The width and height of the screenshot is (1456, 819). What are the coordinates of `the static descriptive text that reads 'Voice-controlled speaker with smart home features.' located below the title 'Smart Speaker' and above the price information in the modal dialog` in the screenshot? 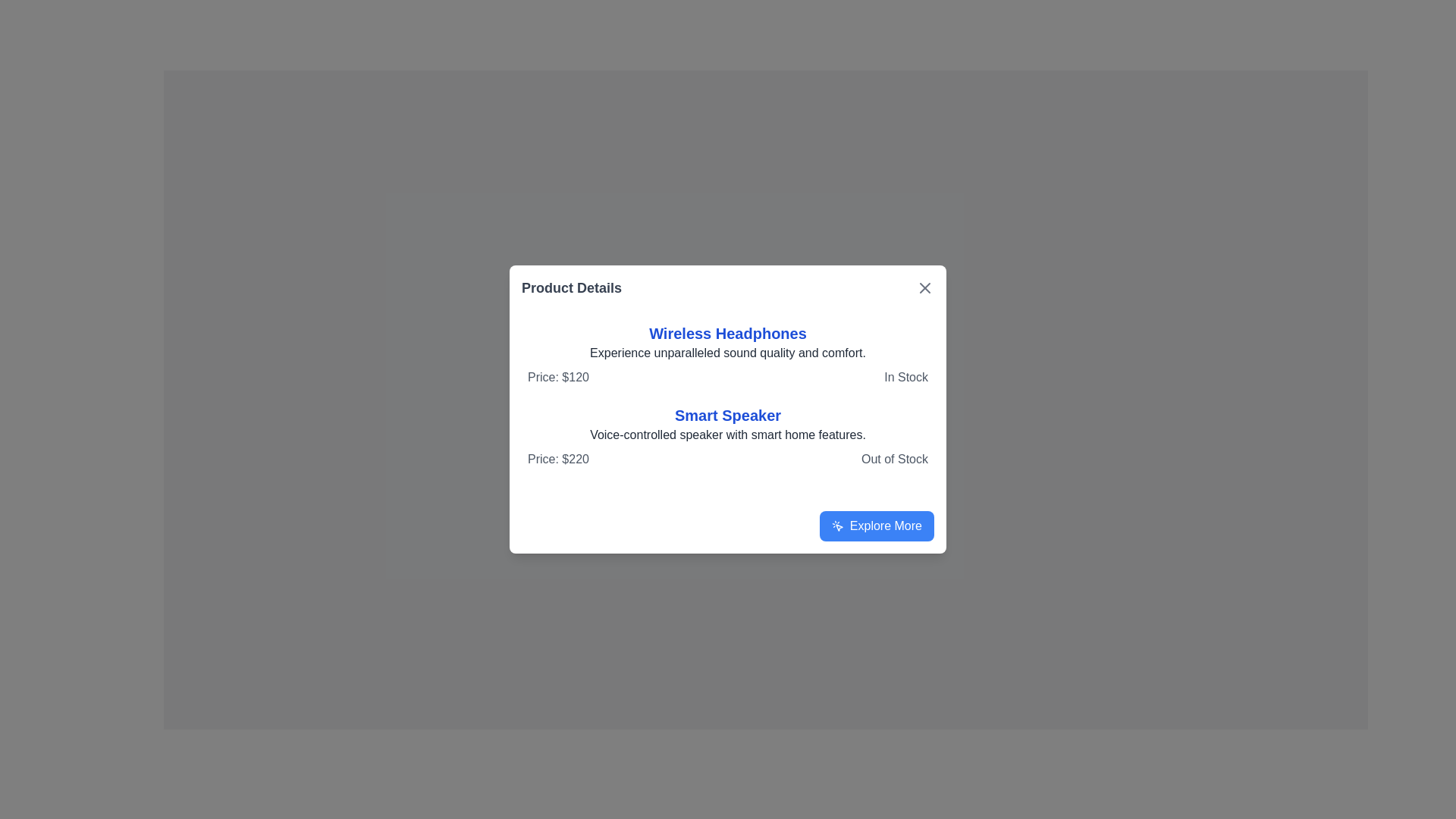 It's located at (728, 435).